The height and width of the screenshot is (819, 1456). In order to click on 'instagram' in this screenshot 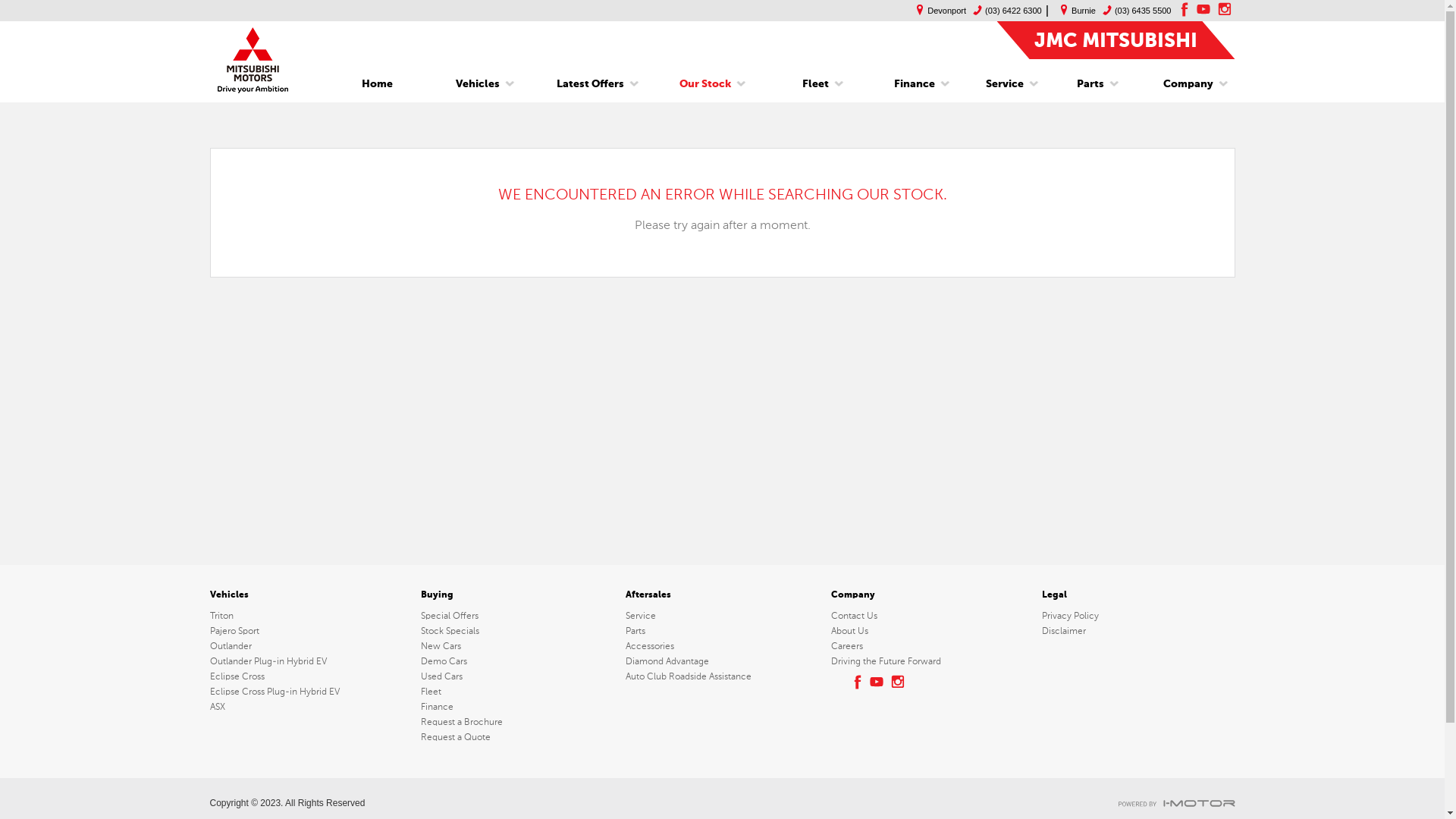, I will do `click(899, 680)`.